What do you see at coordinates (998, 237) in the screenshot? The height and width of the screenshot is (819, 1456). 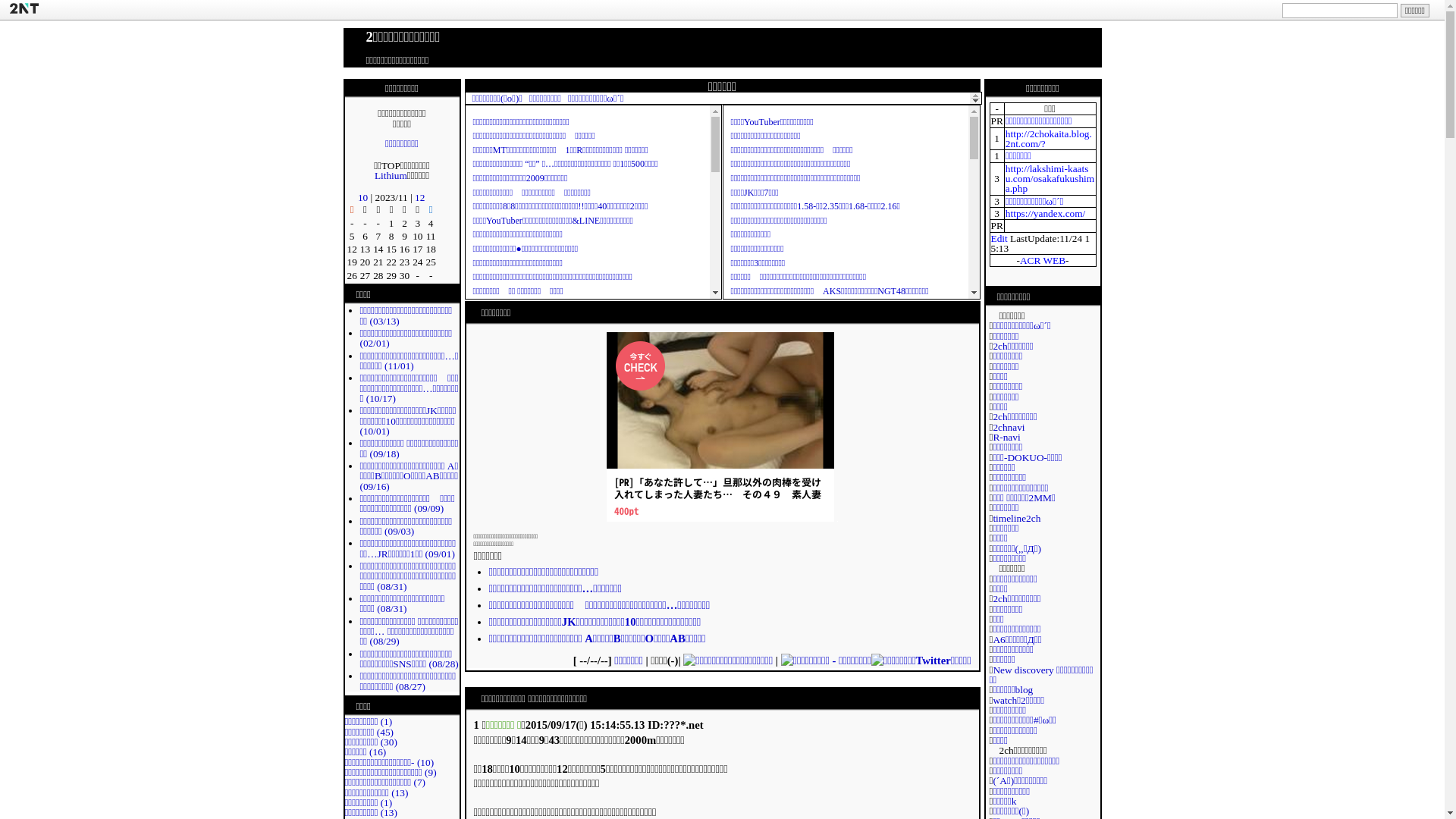 I see `'Edit'` at bounding box center [998, 237].